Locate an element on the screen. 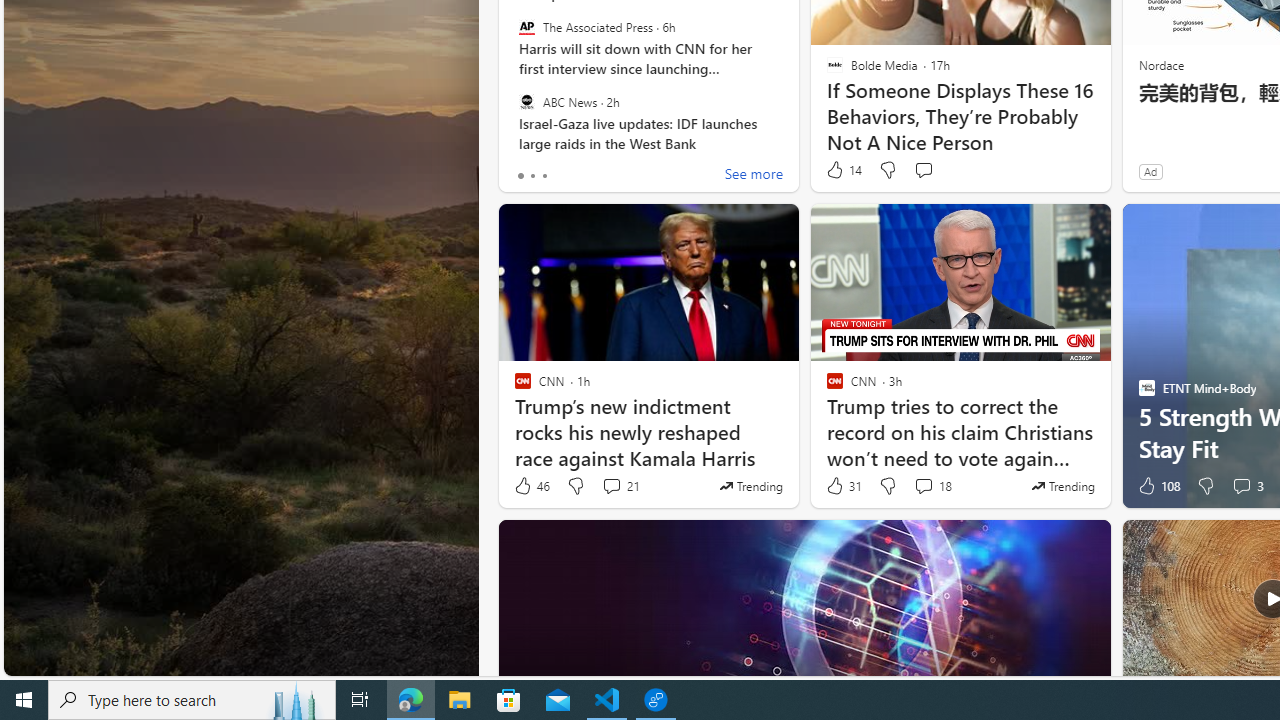 This screenshot has height=720, width=1280. 'tab-1' is located at coordinates (532, 175).